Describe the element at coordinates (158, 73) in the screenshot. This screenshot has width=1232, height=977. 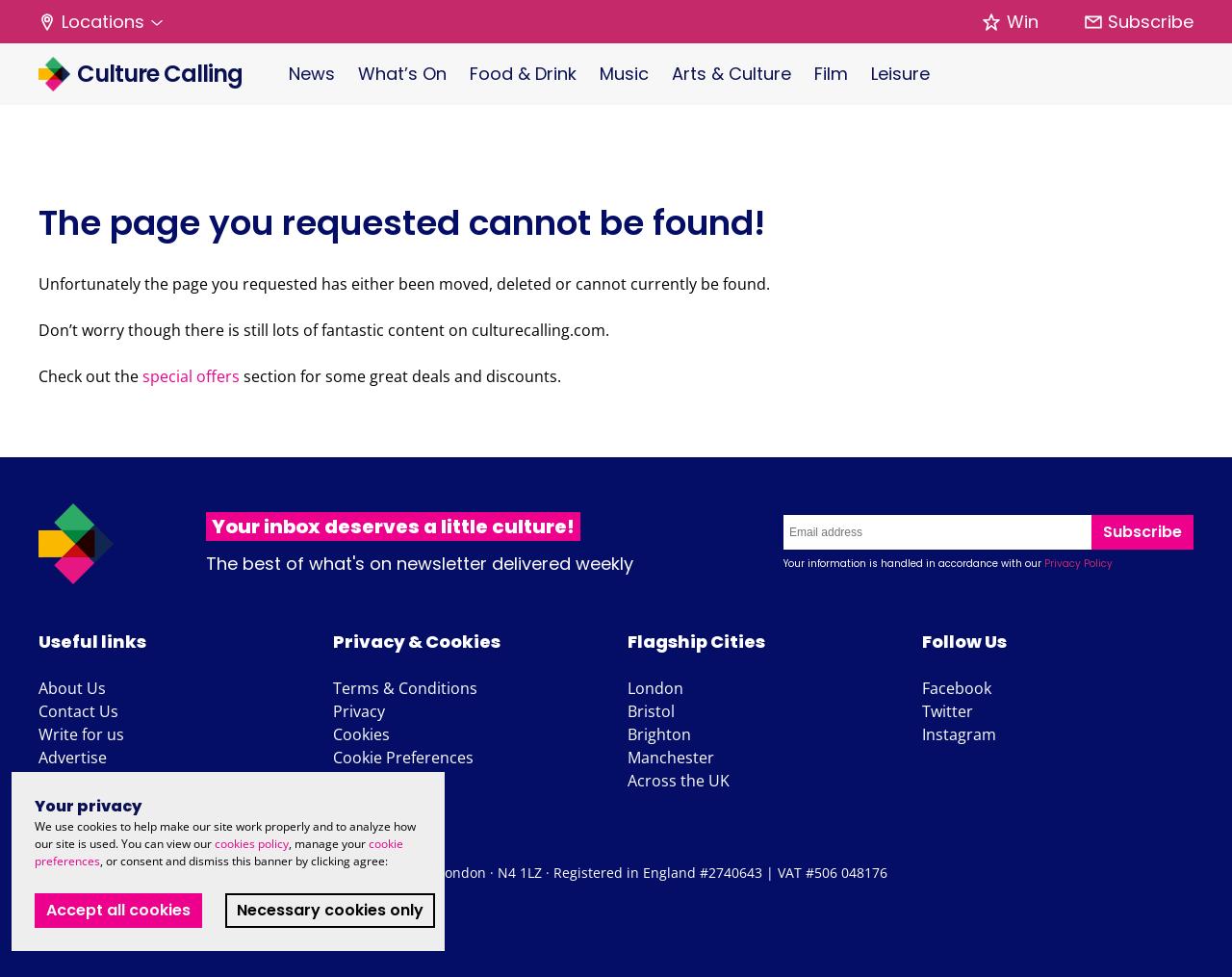
I see `'Culture Calling'` at that location.